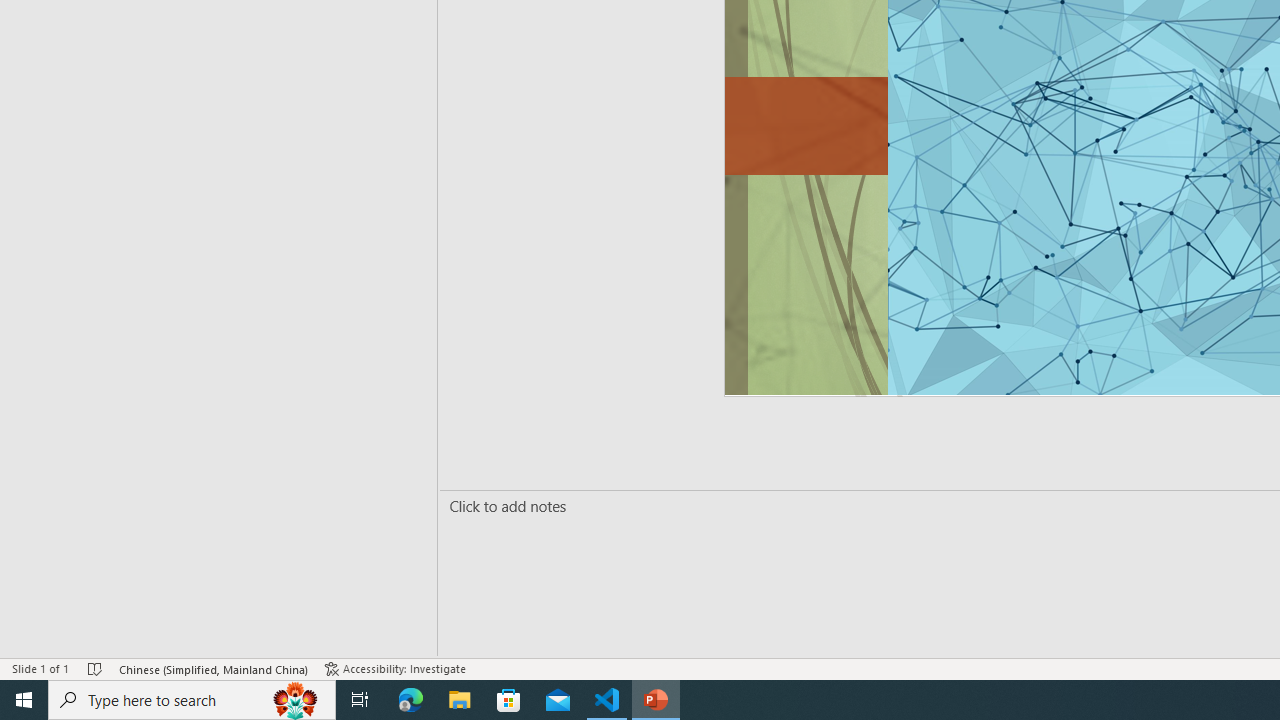 The height and width of the screenshot is (720, 1280). What do you see at coordinates (656, 698) in the screenshot?
I see `'PowerPoint - 1 running window'` at bounding box center [656, 698].